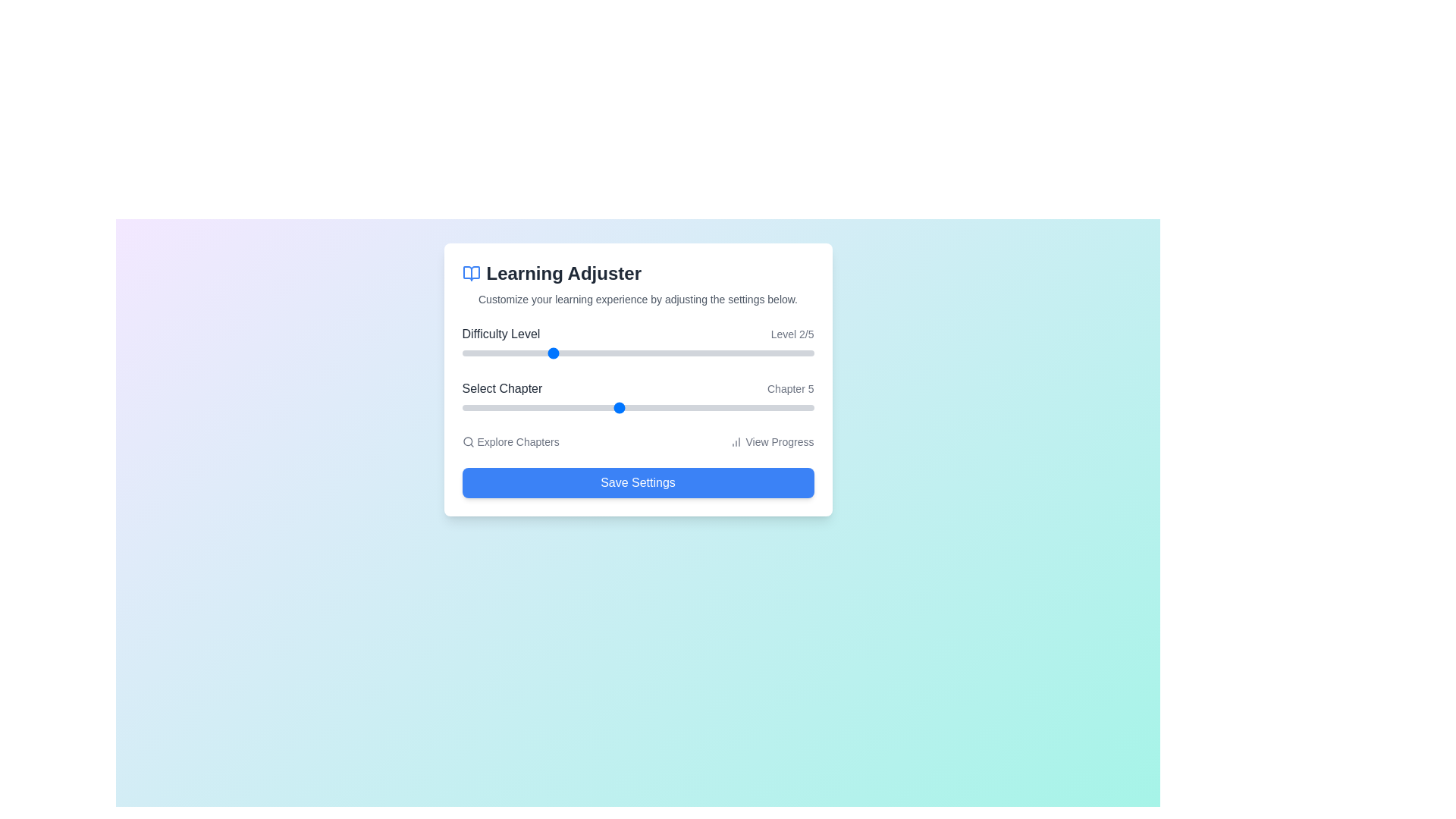 The image size is (1456, 819). What do you see at coordinates (638, 388) in the screenshot?
I see `text content of the Text display section that contains 'Select Chapter' on the left and 'Chapter 5' on the right, which is located below the 'Difficulty Level' slider` at bounding box center [638, 388].